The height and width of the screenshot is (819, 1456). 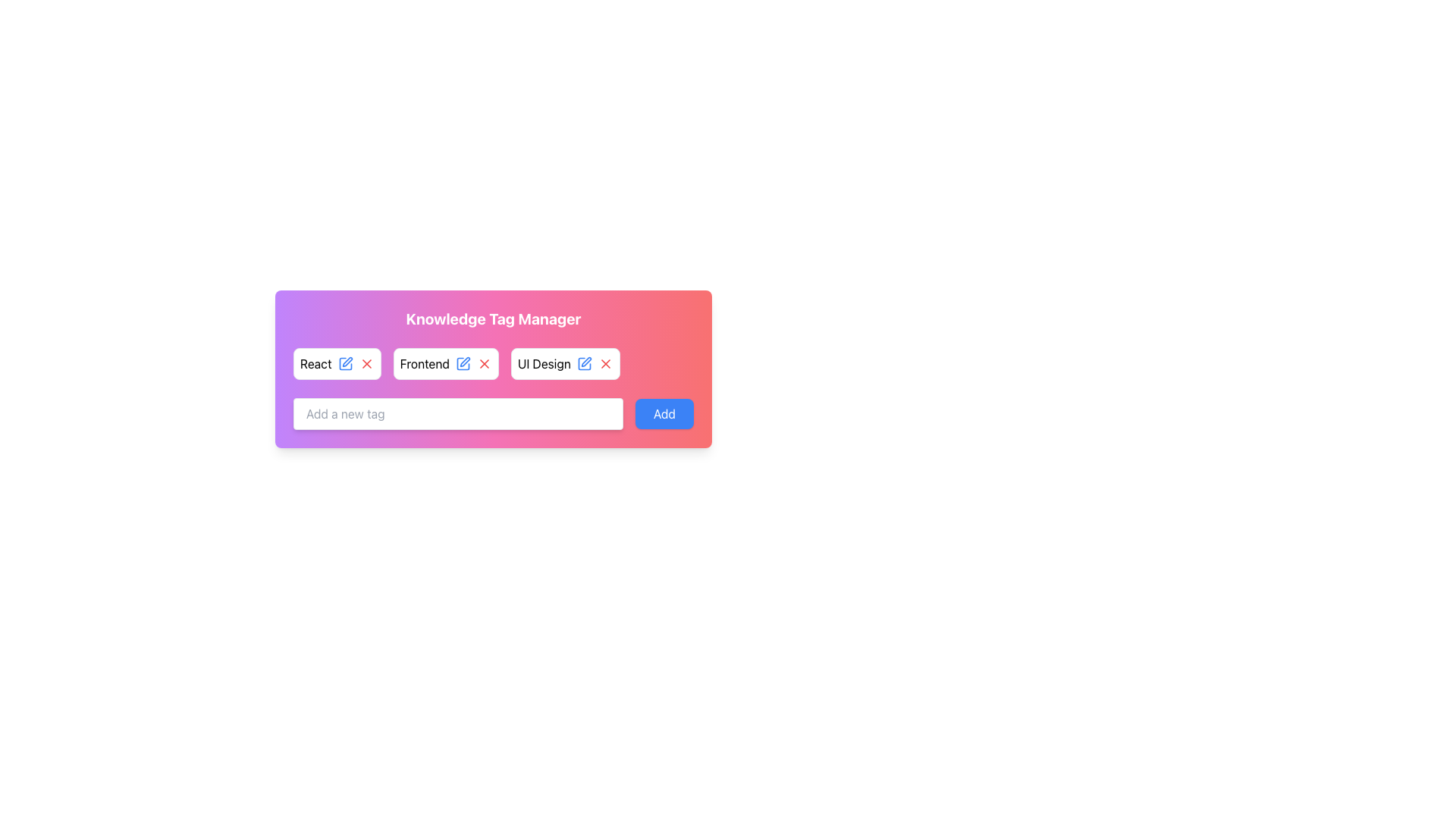 What do you see at coordinates (462, 363) in the screenshot?
I see `the small blue edit icon button next to the 'Frontend' text` at bounding box center [462, 363].